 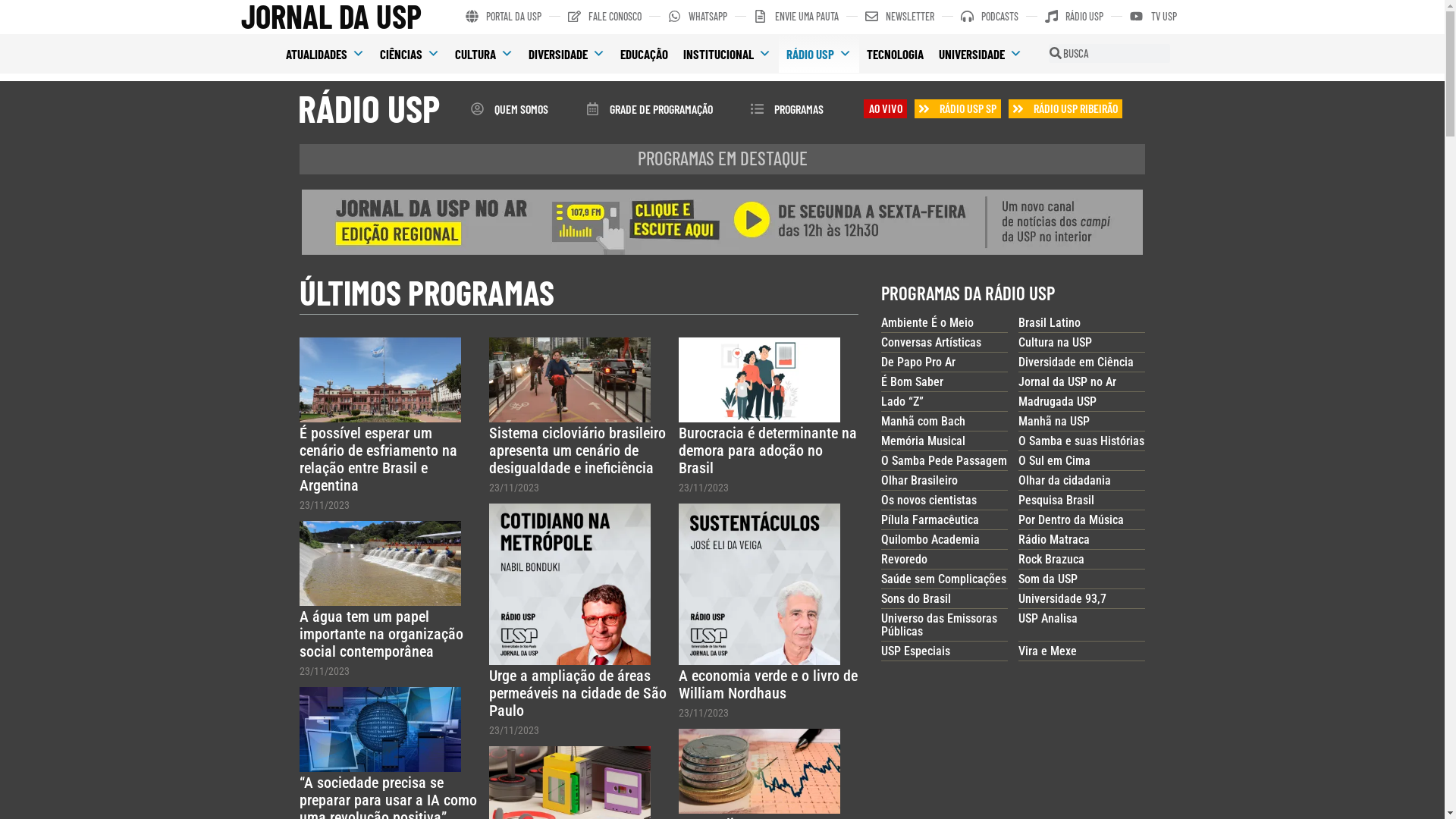 What do you see at coordinates (1054, 342) in the screenshot?
I see `'Cultura na USP'` at bounding box center [1054, 342].